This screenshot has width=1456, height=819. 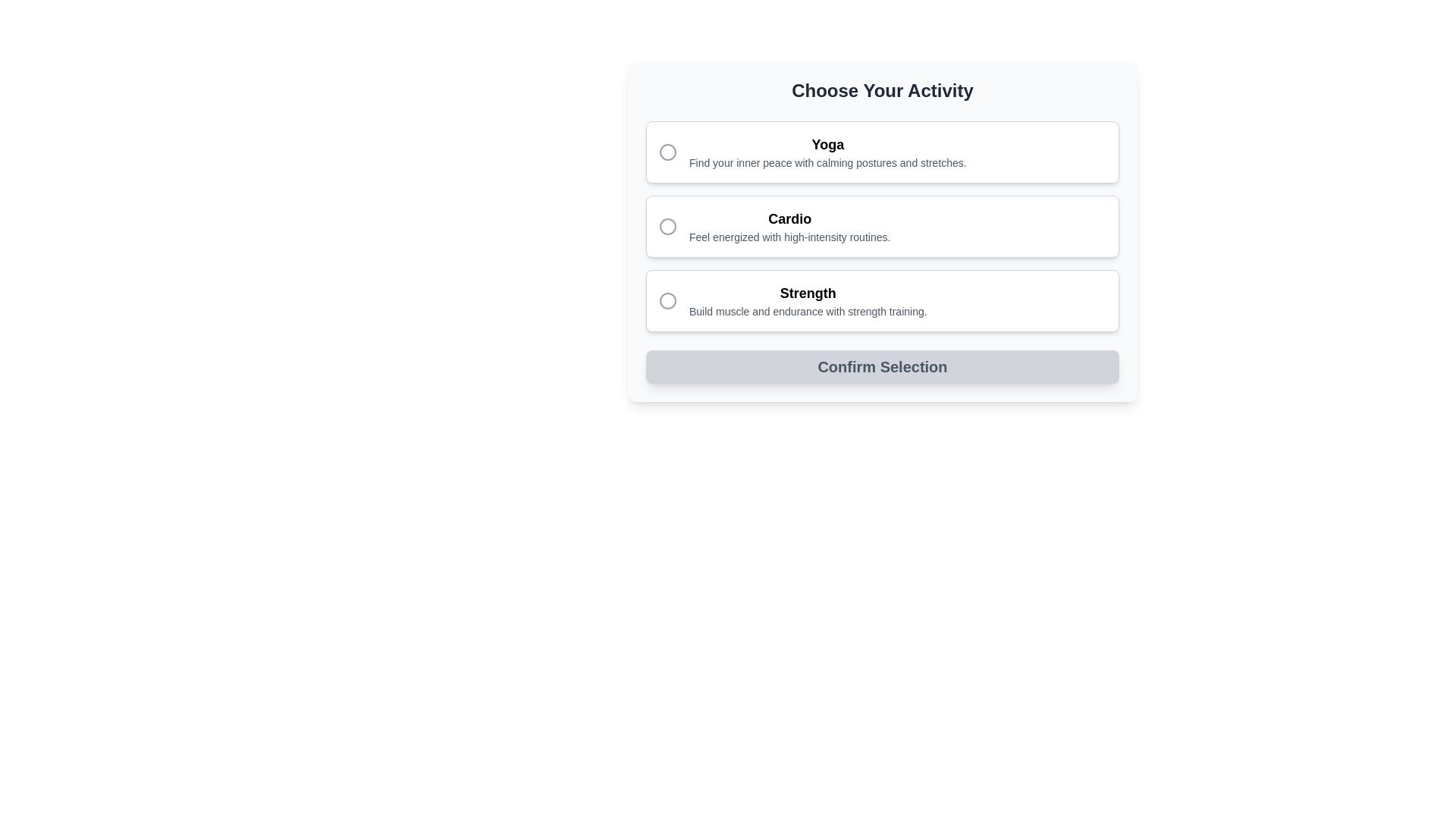 What do you see at coordinates (667, 227) in the screenshot?
I see `the radio button adjacent to the 'Cardio' label` at bounding box center [667, 227].